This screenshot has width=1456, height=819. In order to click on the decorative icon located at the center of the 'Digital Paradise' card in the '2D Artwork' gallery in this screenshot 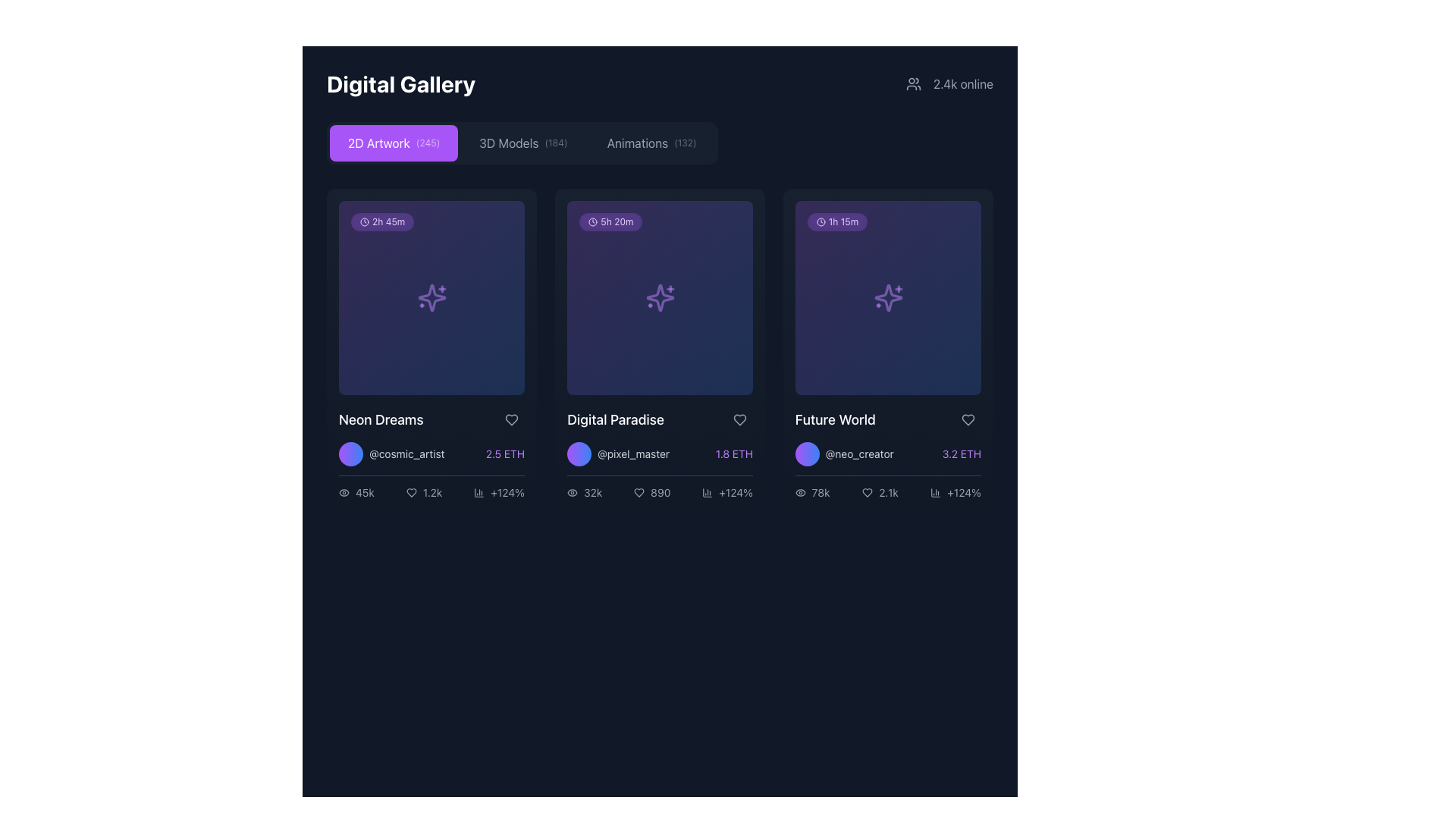, I will do `click(660, 298)`.